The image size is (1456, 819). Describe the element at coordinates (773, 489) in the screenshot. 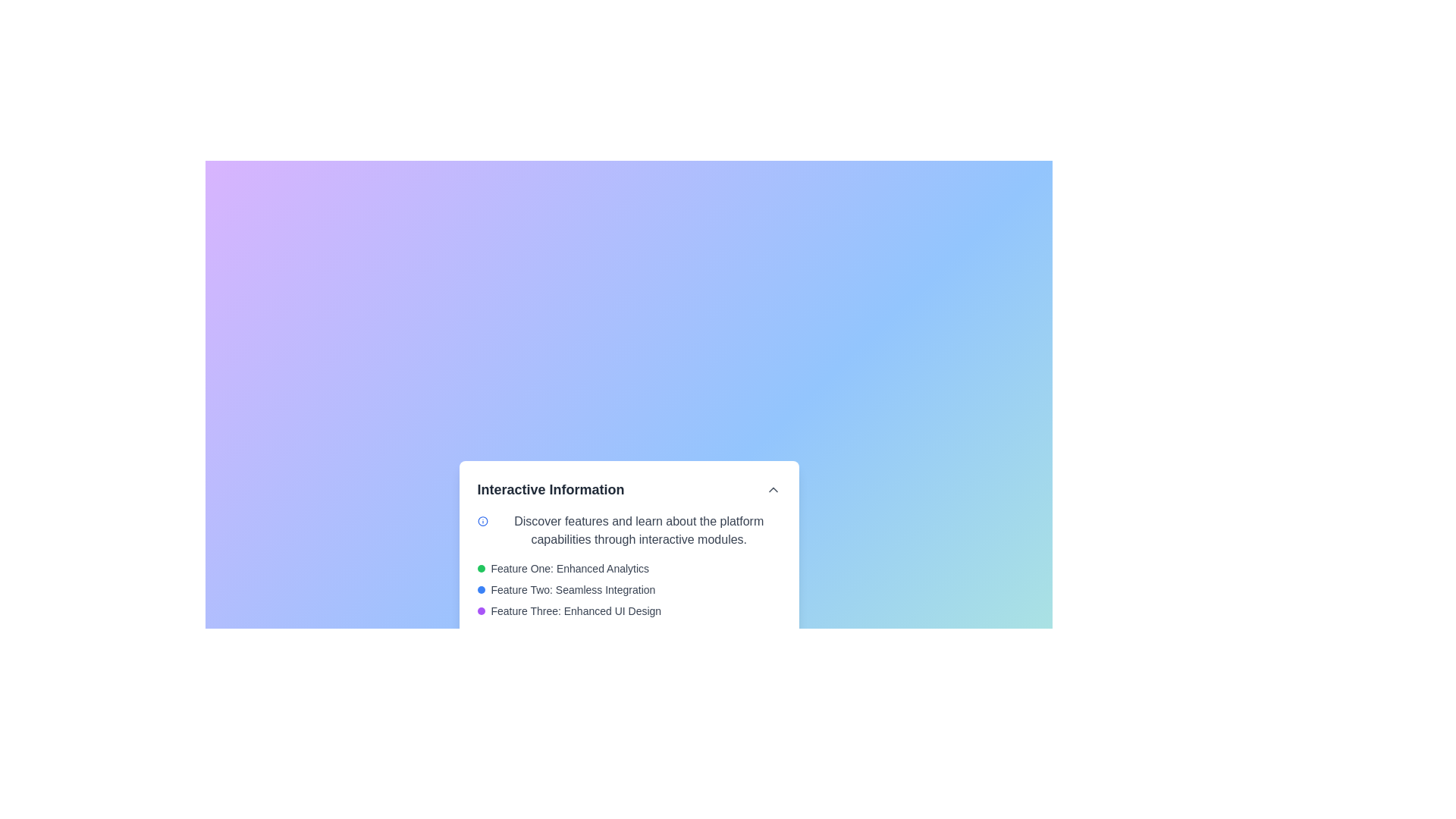

I see `the upward-pointing chevron icon located at the far right of the 'Interactive Information' section` at that location.